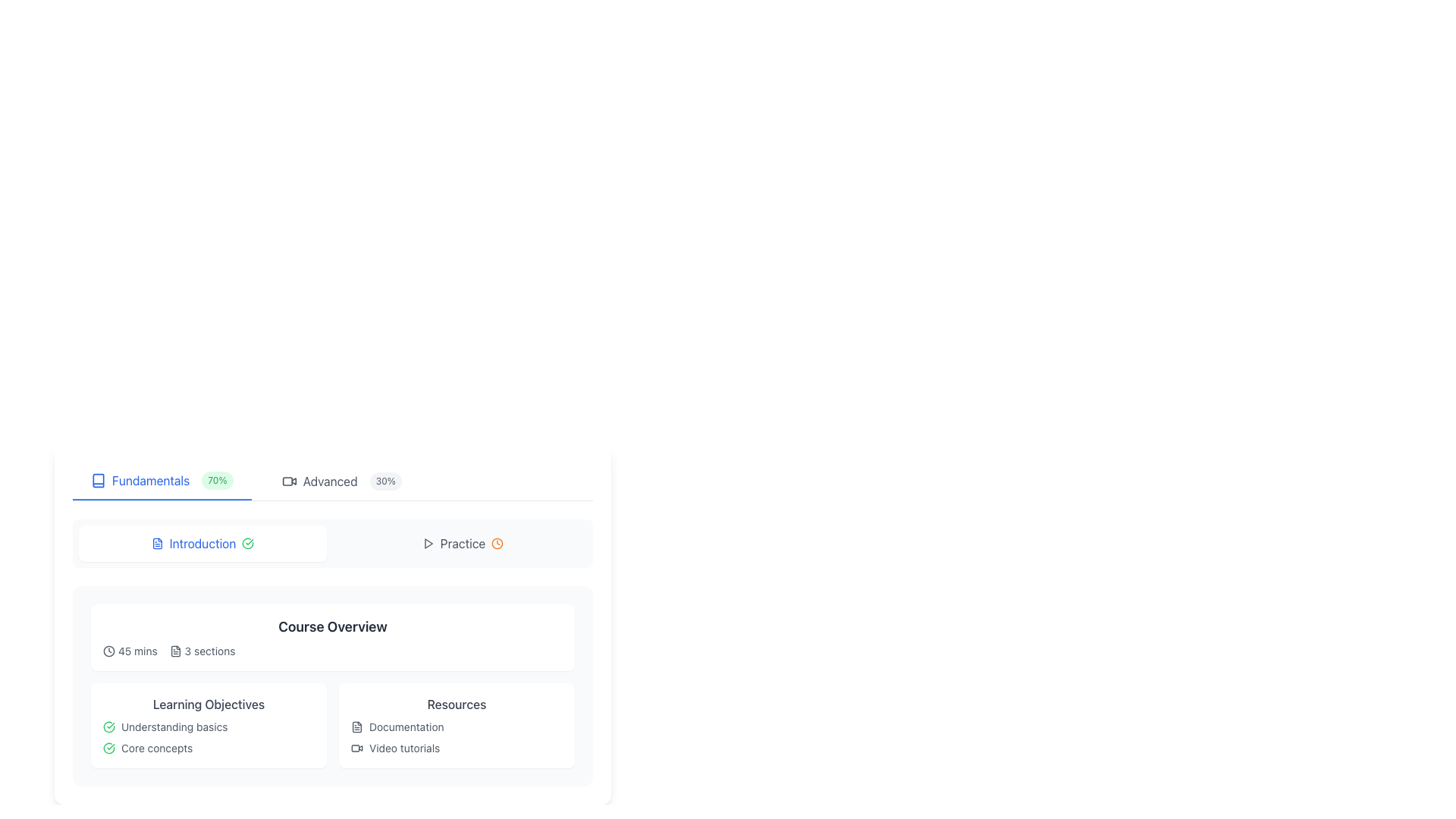 The width and height of the screenshot is (1456, 819). What do you see at coordinates (331, 637) in the screenshot?
I see `text on the Informational Card, which provides an overview of the course duration and sections, located in the upper center portion above the 'Learning Objectives' and 'Resources' cards` at bounding box center [331, 637].